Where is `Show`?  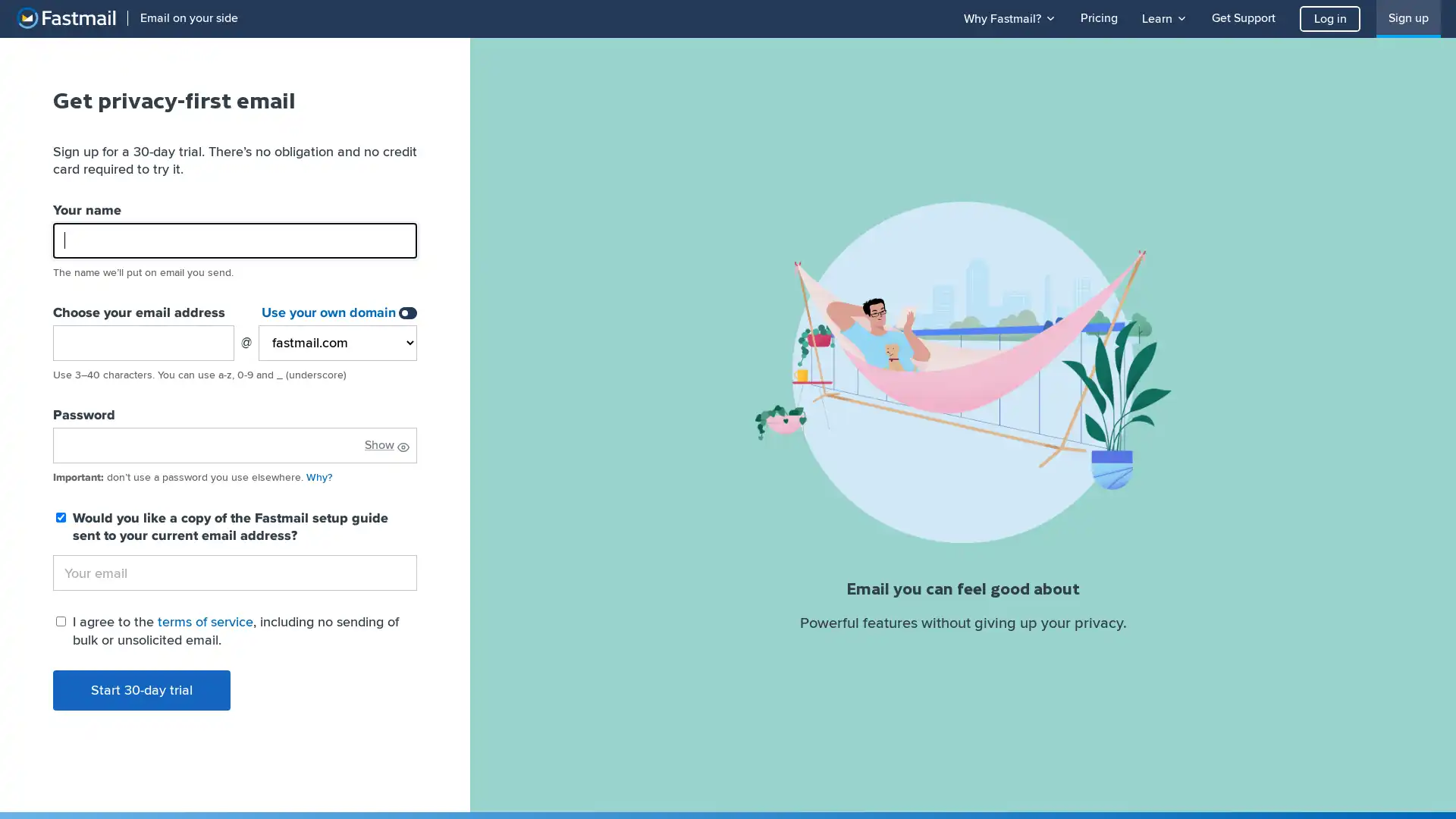
Show is located at coordinates (387, 444).